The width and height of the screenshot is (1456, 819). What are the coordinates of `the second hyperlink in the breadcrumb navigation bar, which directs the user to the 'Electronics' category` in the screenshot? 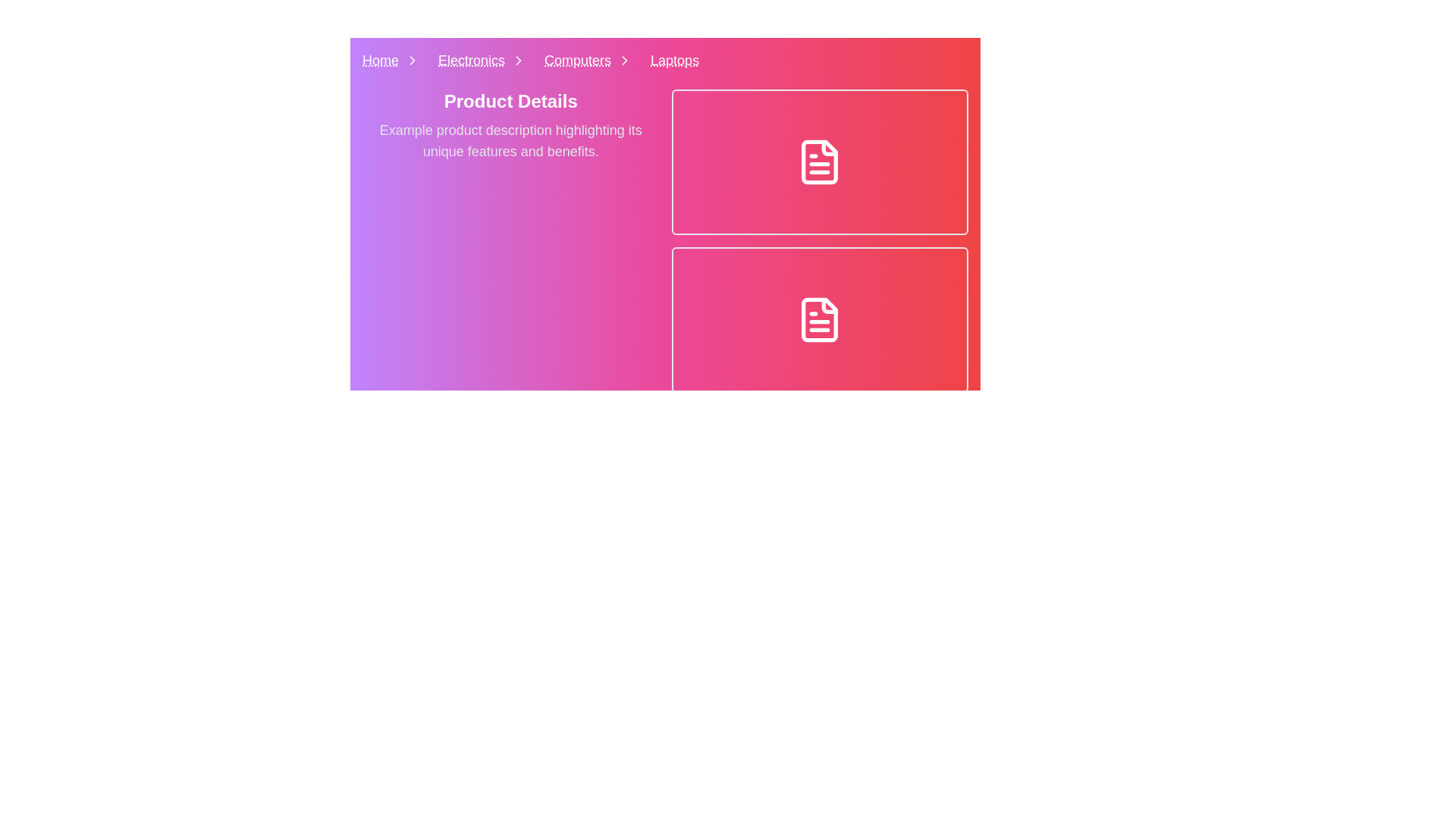 It's located at (471, 60).